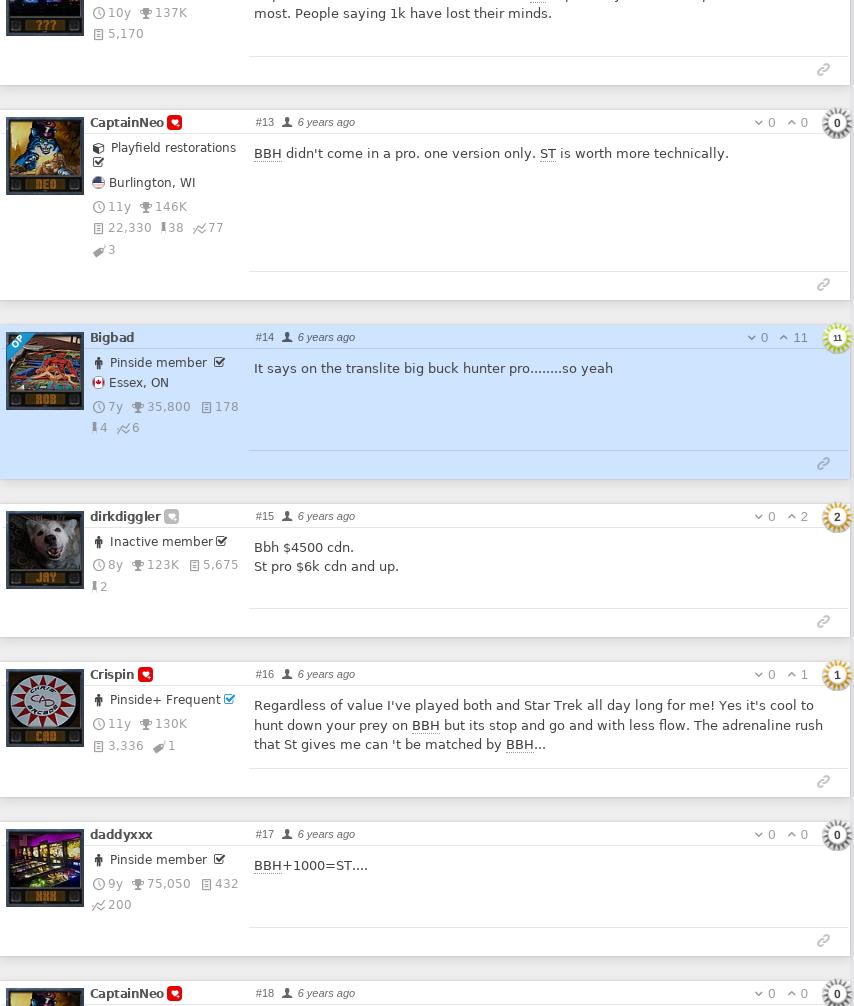 The image size is (854, 1006). Describe the element at coordinates (16, 340) in the screenshot. I see `'OP'` at that location.